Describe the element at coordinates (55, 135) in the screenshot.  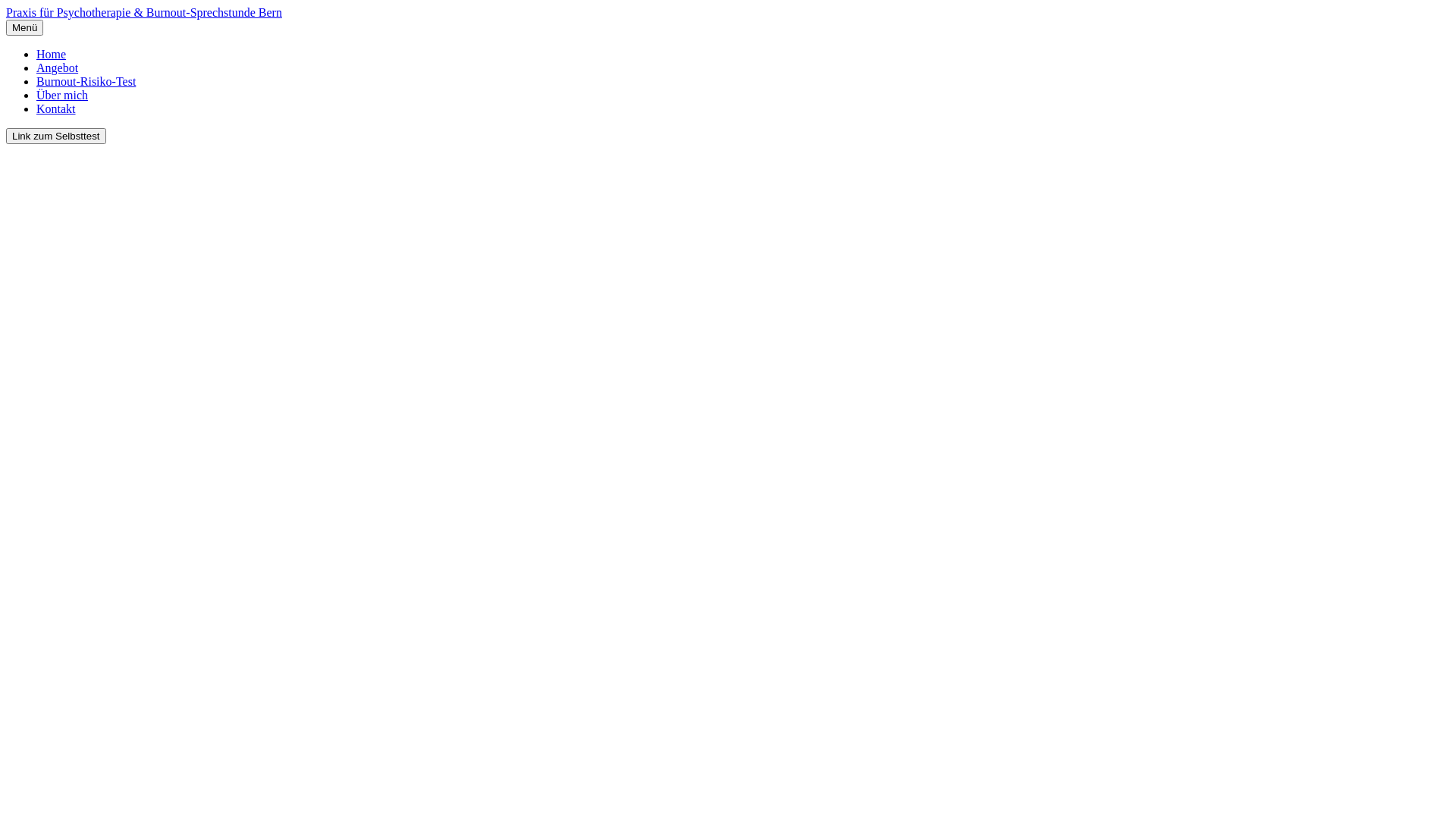
I see `'Link zum Selbsttest'` at that location.